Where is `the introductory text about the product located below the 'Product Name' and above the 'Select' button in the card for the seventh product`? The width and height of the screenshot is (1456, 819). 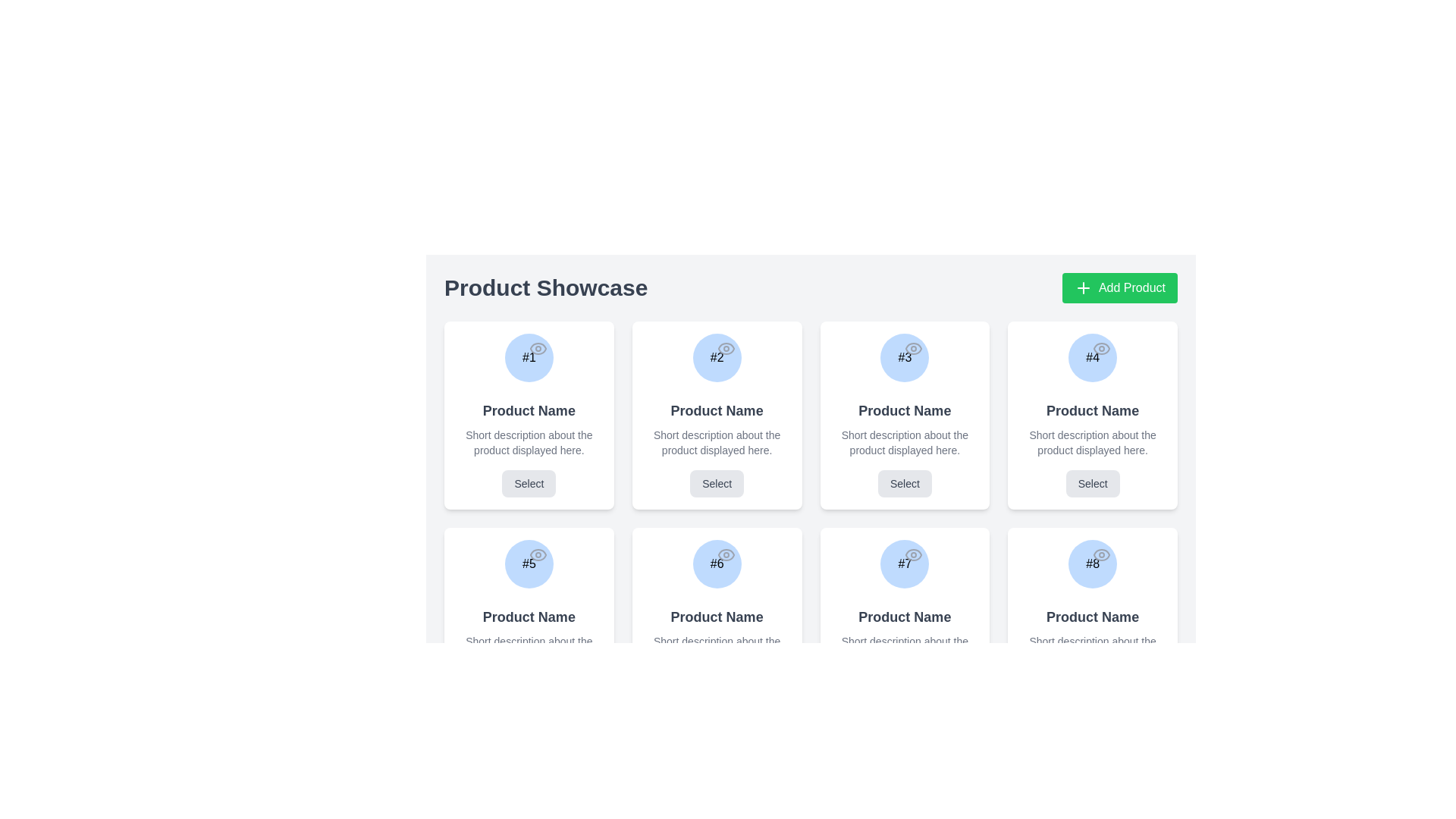
the introductory text about the product located below the 'Product Name' and above the 'Select' button in the card for the seventh product is located at coordinates (905, 648).